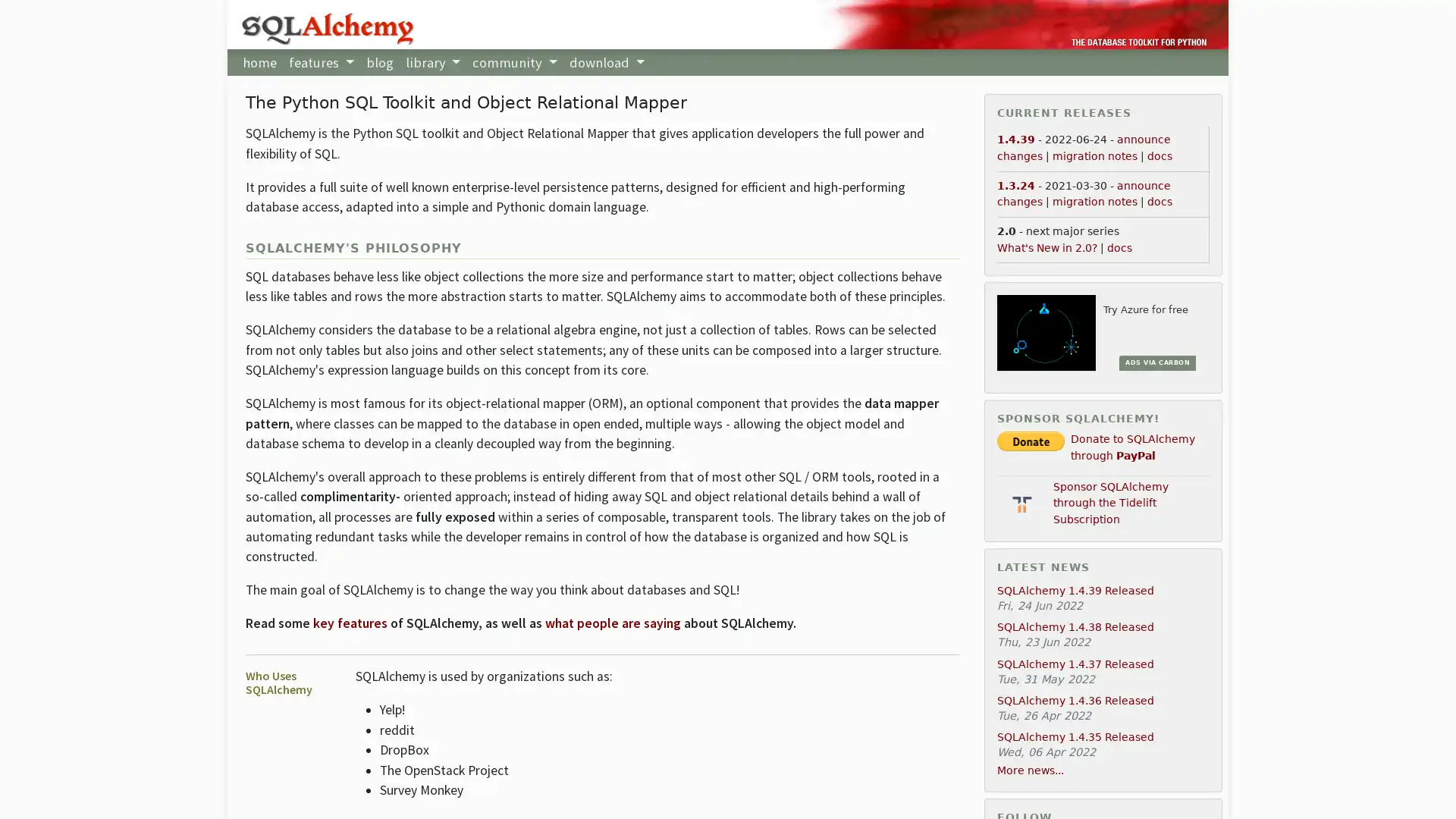  Describe the element at coordinates (514, 61) in the screenshot. I see `community` at that location.